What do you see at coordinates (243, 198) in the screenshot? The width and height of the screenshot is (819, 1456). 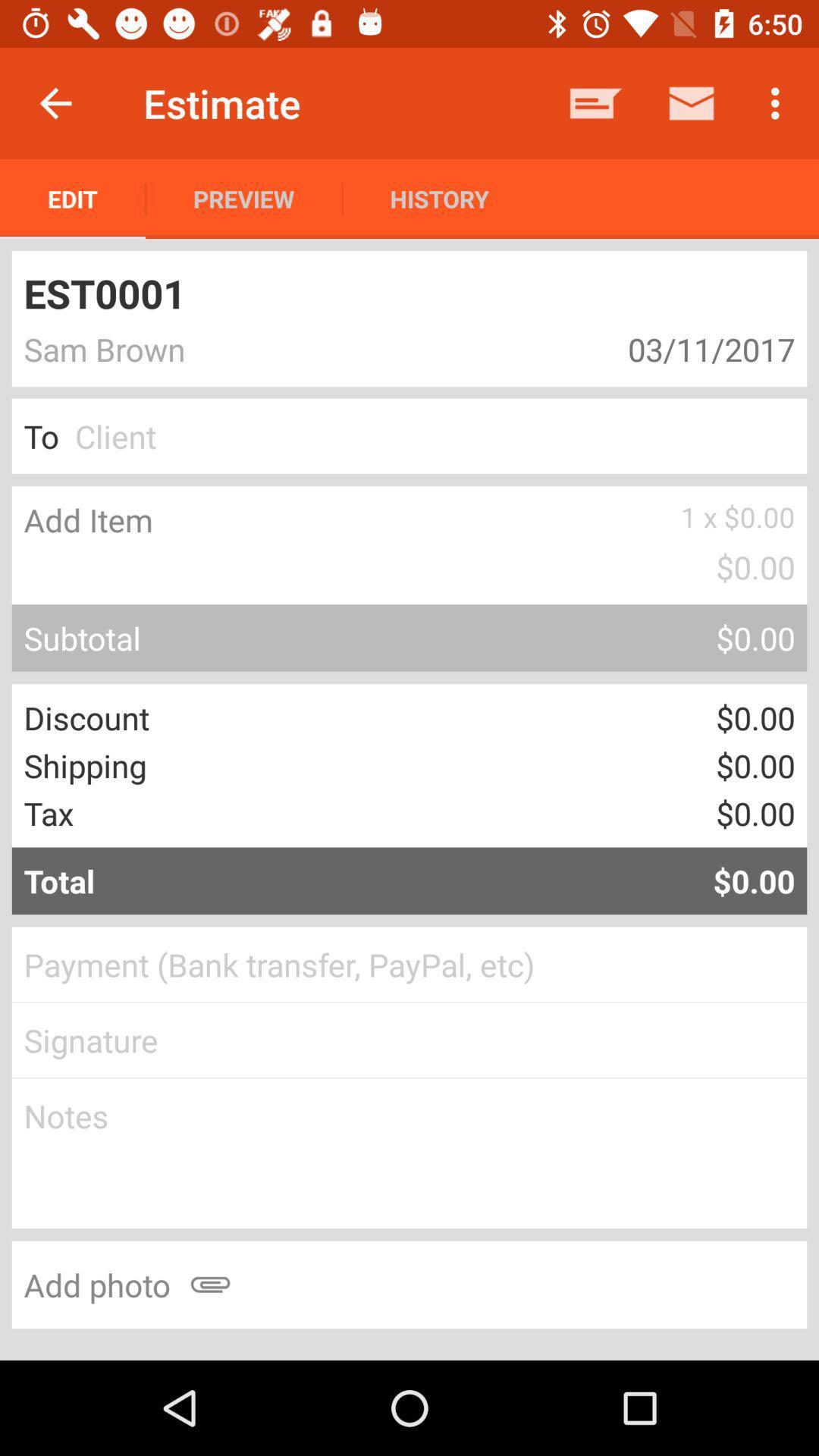 I see `the app next to edit` at bounding box center [243, 198].